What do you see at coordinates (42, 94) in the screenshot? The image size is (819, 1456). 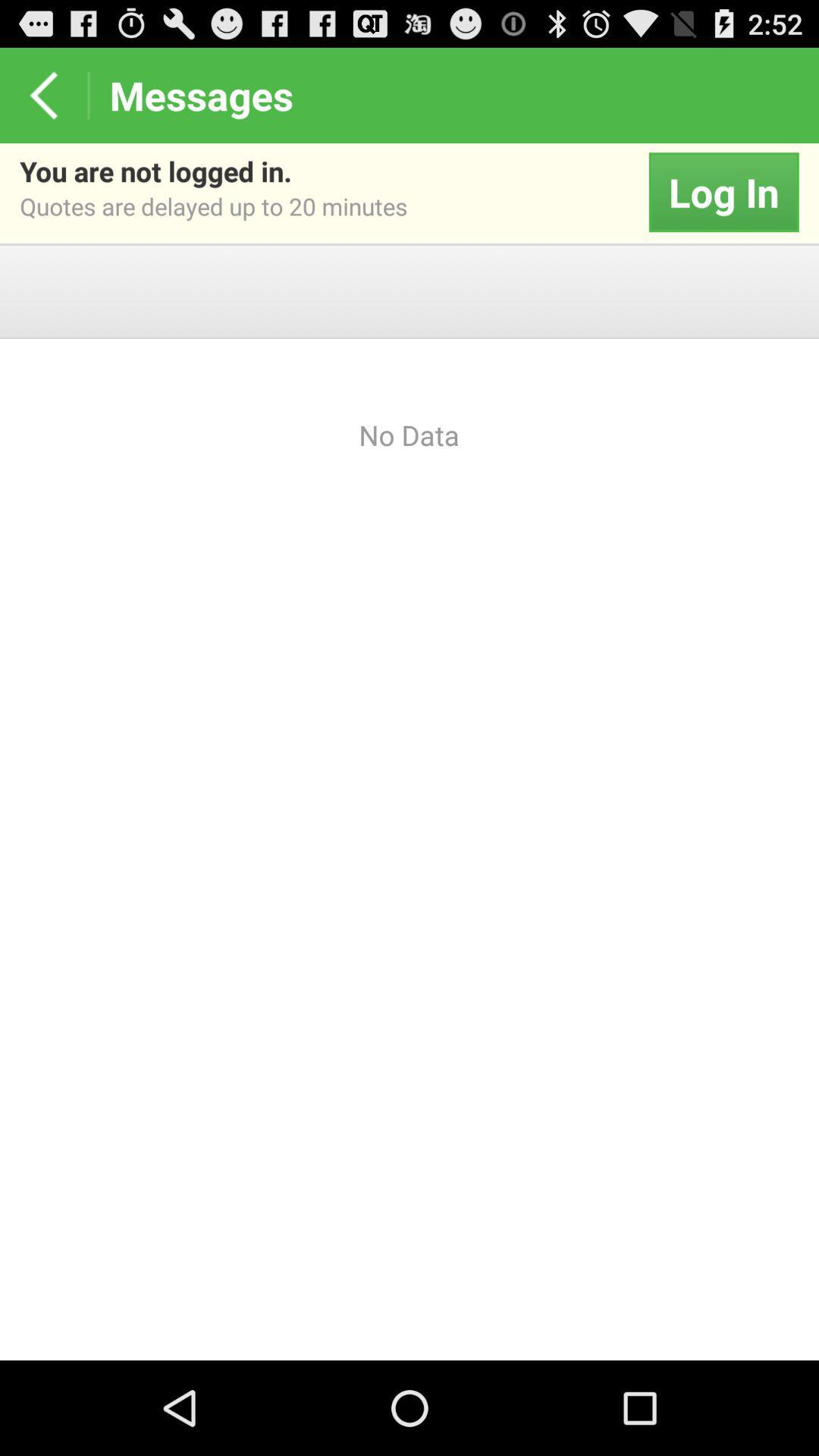 I see `item to the left of the messages item` at bounding box center [42, 94].